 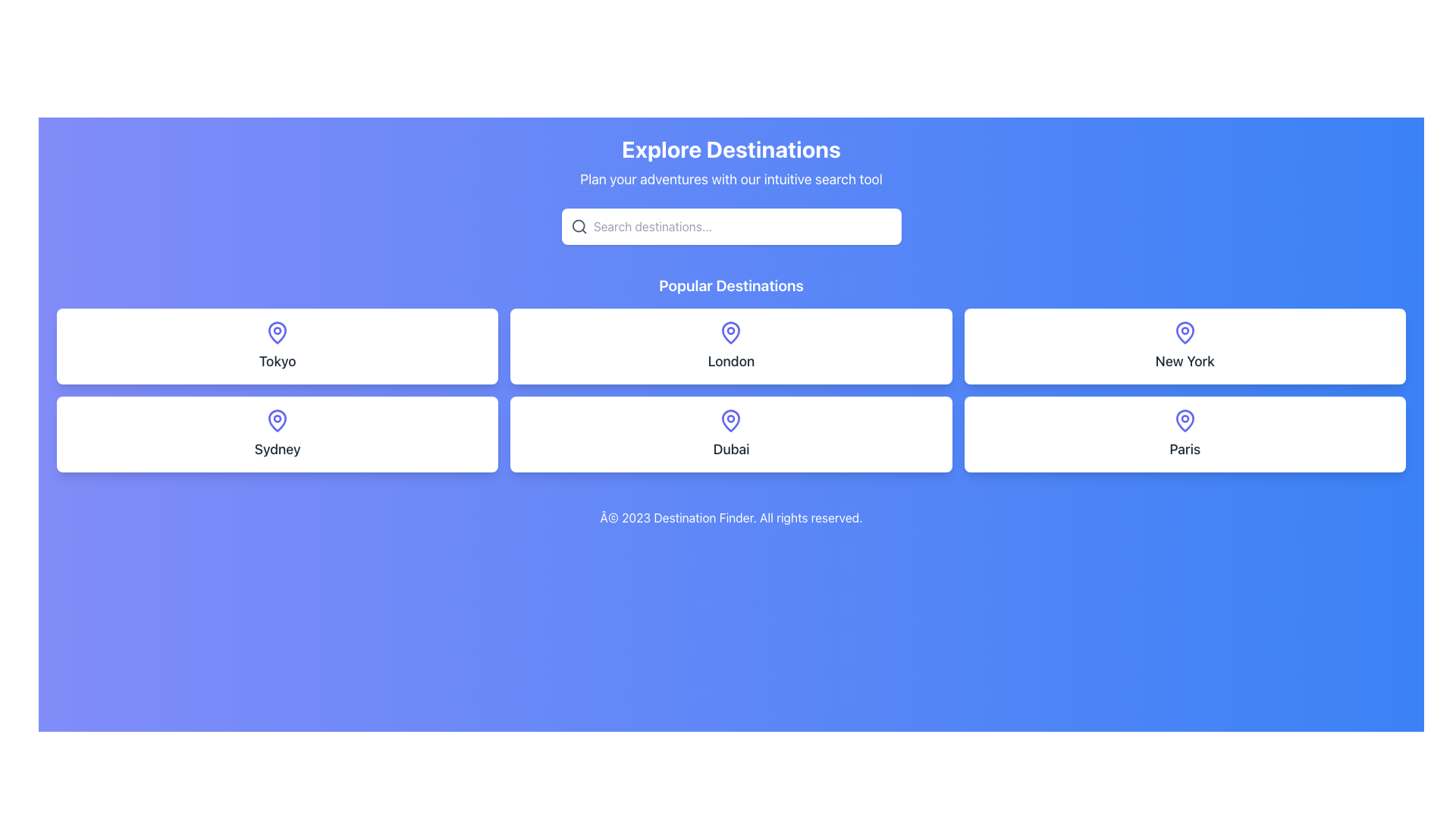 What do you see at coordinates (1184, 435) in the screenshot?
I see `the rounded card button located in the bottom-right corner of the grid layout under 'Popular Destinations', which features a blue map pin icon above the text 'Paris'` at bounding box center [1184, 435].